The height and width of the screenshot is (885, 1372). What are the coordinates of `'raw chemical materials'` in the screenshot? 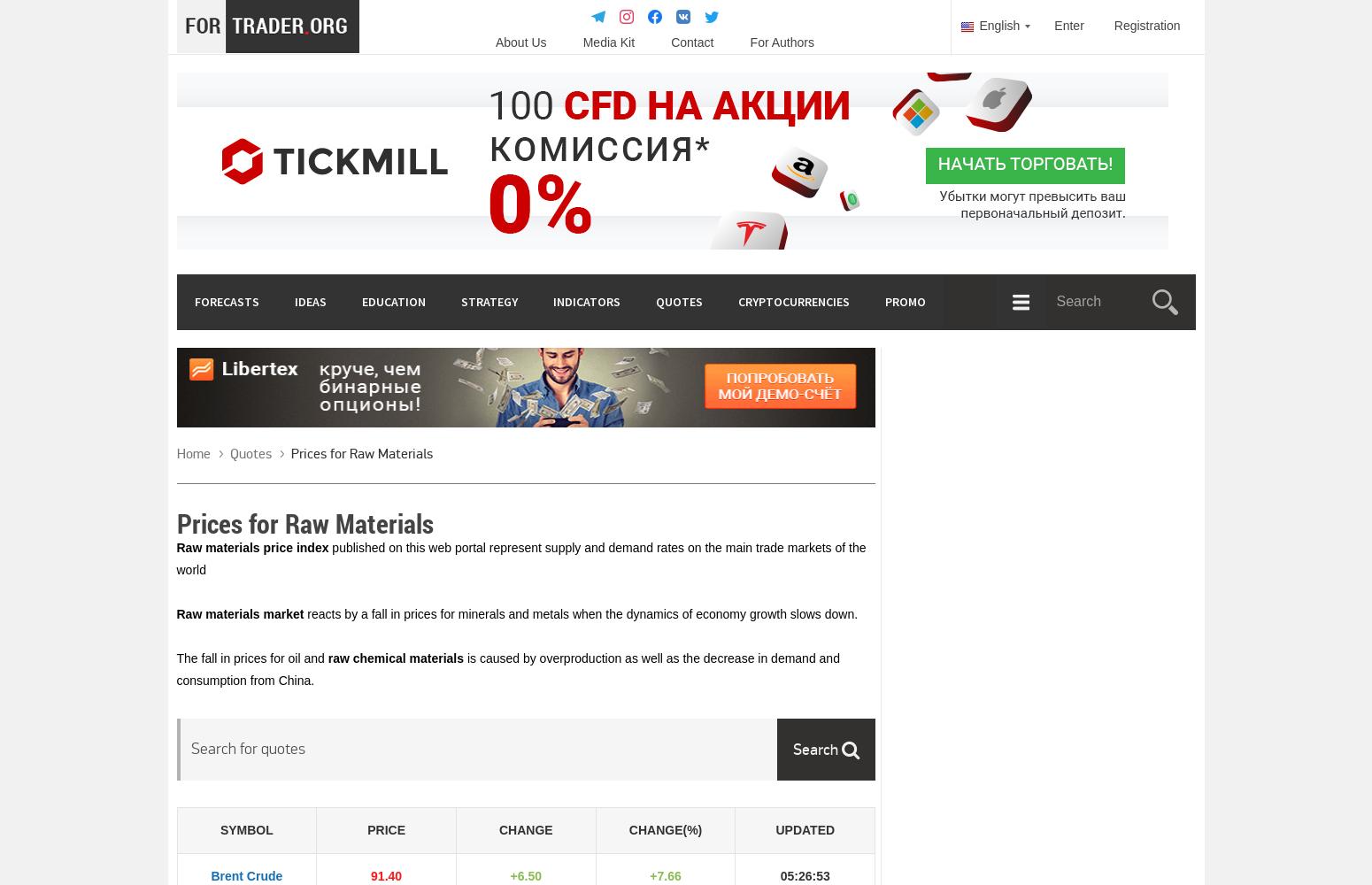 It's located at (396, 658).